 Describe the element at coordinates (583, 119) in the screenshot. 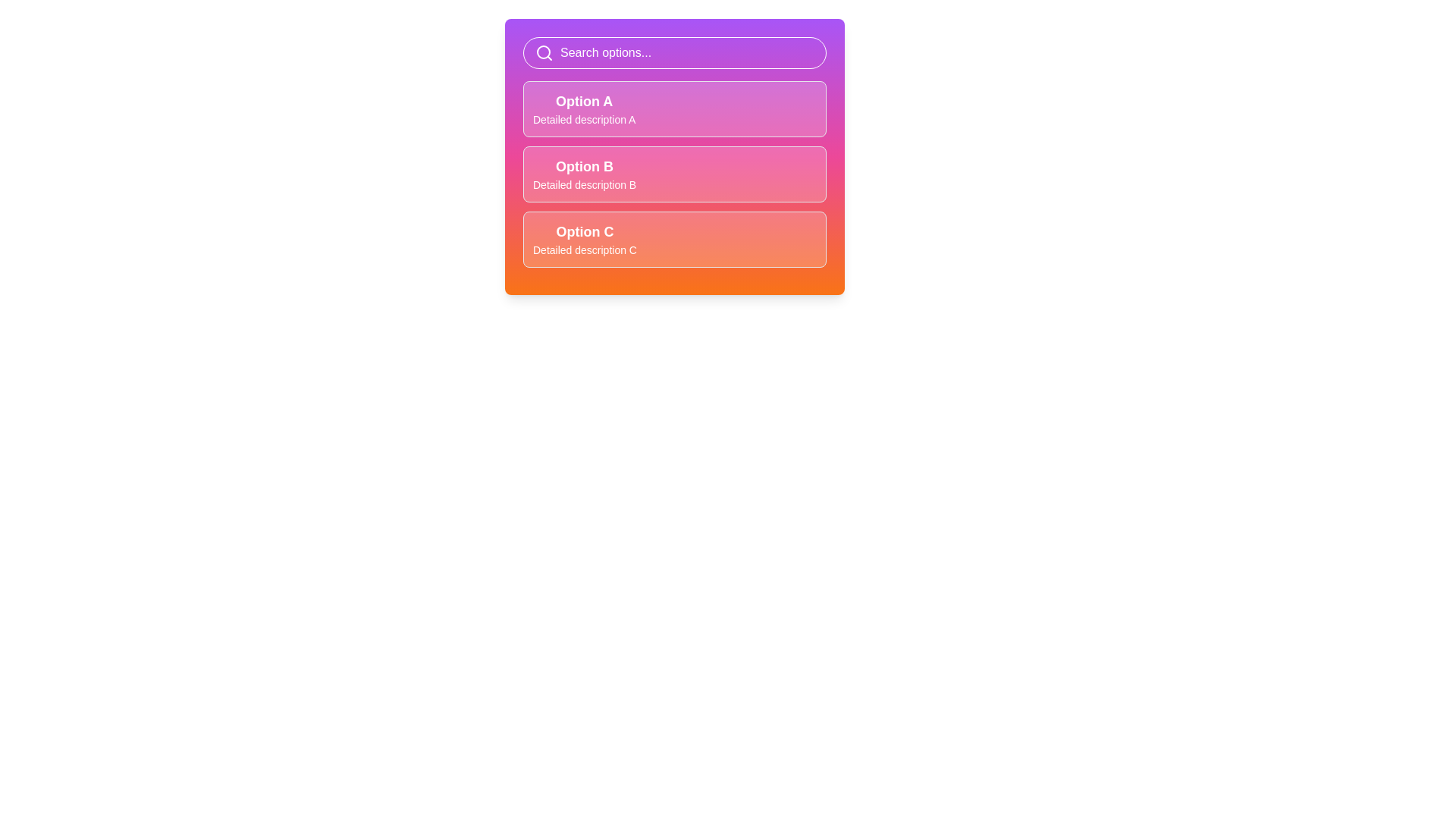

I see `the descriptive text label for 'Option A', which is located directly below the title 'Option A' within the first option card` at that location.